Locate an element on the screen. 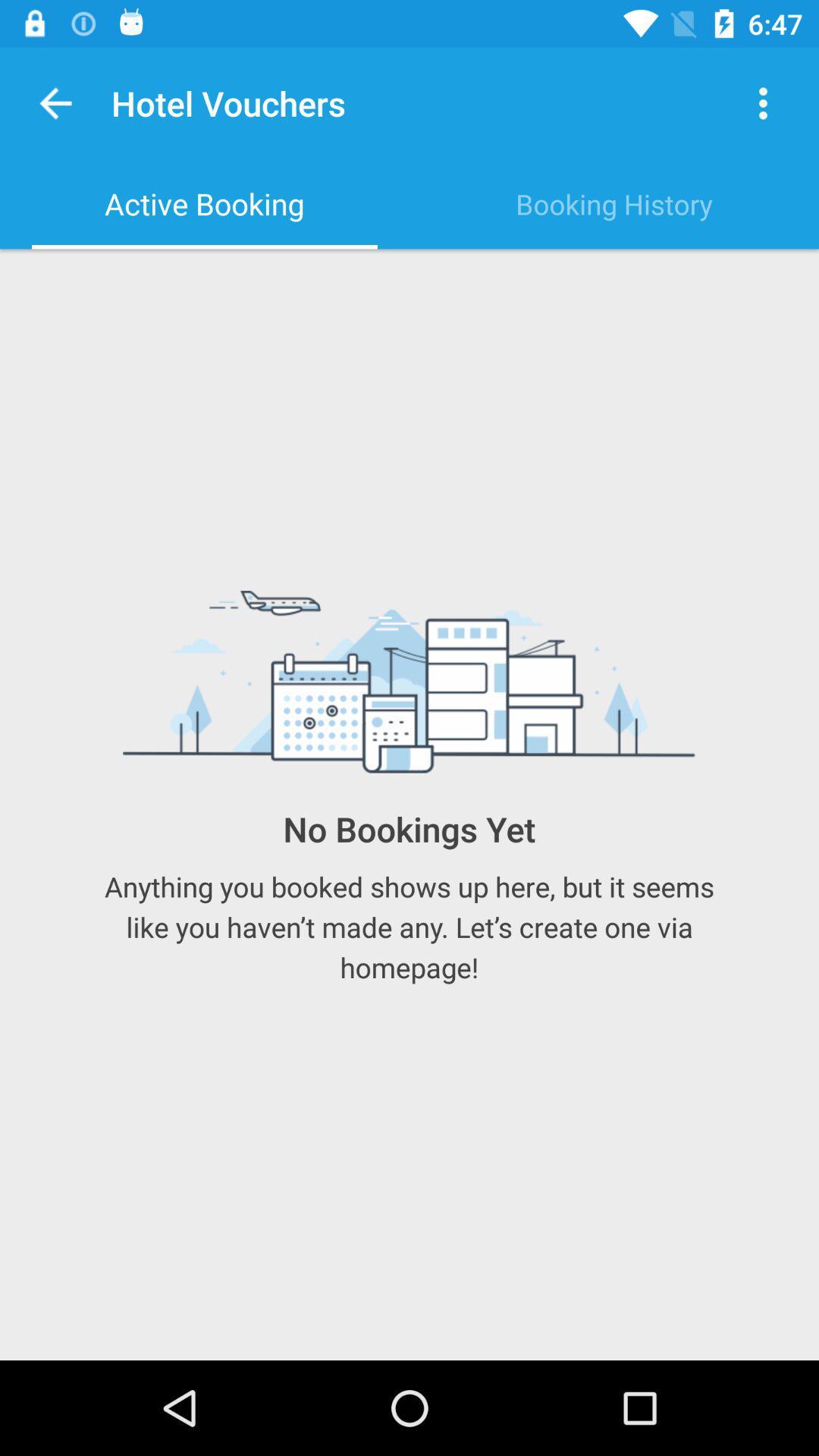 The width and height of the screenshot is (819, 1456). more options is located at coordinates (763, 102).